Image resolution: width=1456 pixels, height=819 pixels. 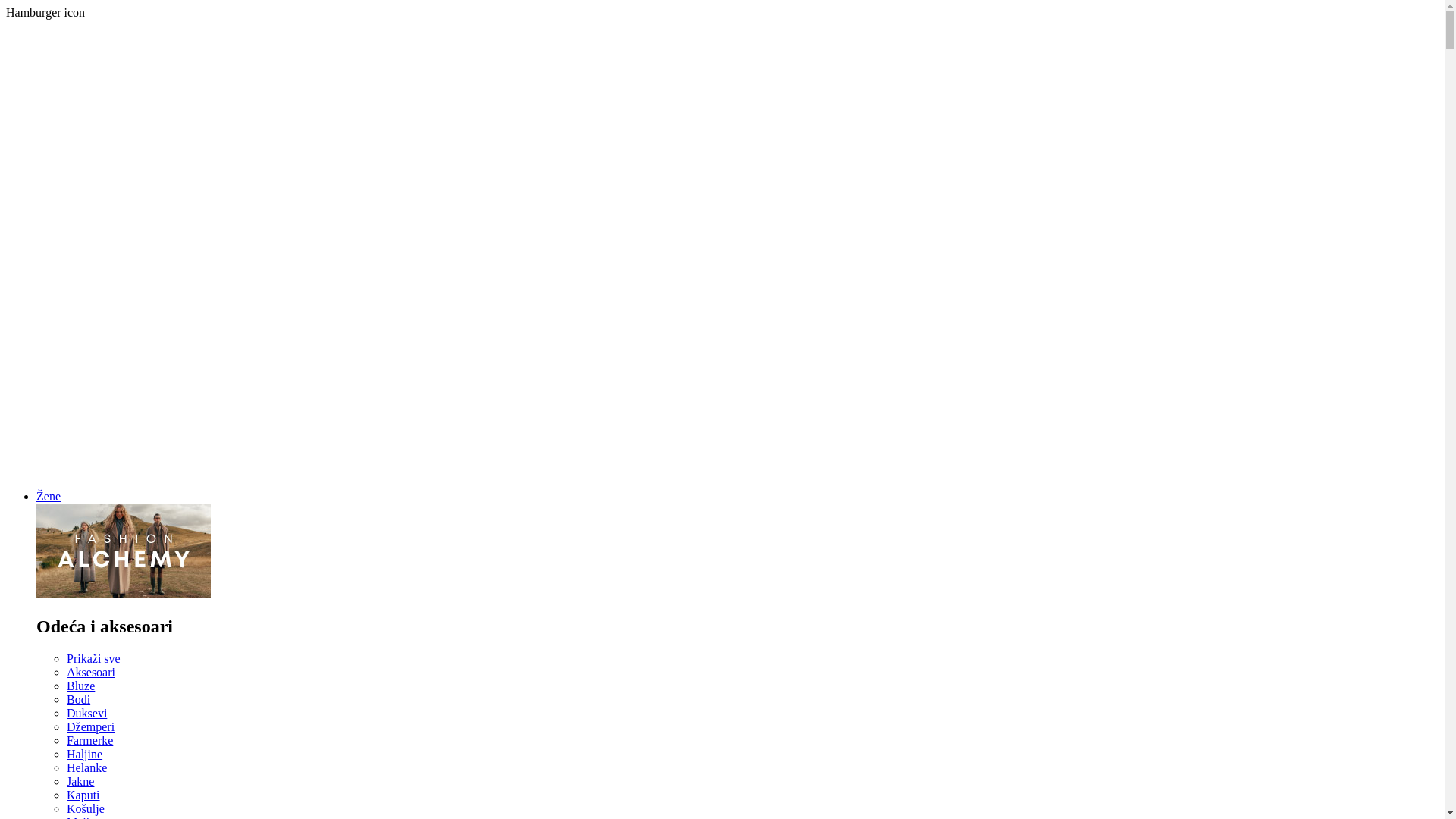 What do you see at coordinates (90, 671) in the screenshot?
I see `'Aksesoari'` at bounding box center [90, 671].